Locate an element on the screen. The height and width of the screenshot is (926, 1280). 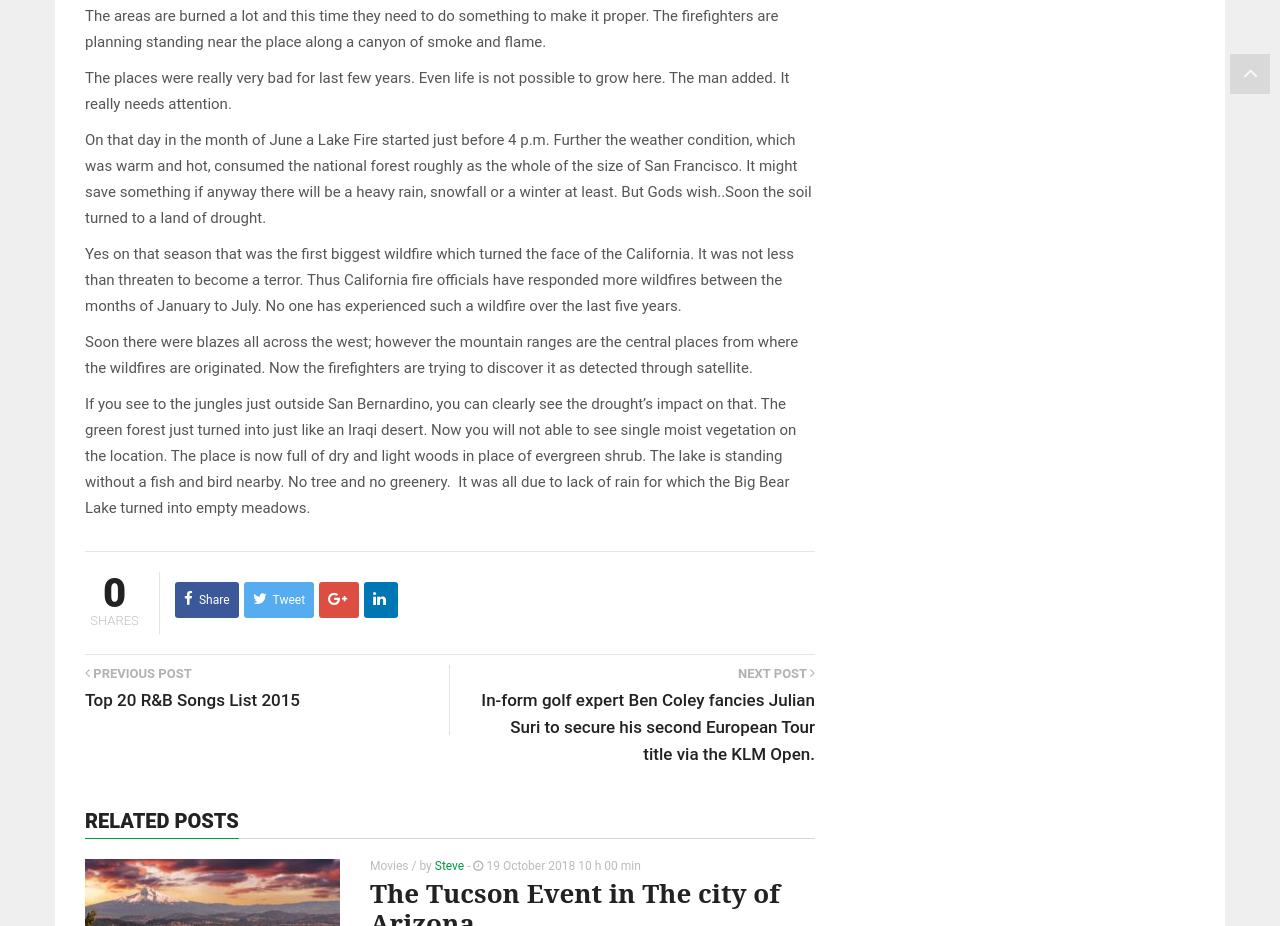
'In-form golf expert Ben Coley fancies Julian Suri to secure his second European Tour title via the KLM Open.' is located at coordinates (647, 727).